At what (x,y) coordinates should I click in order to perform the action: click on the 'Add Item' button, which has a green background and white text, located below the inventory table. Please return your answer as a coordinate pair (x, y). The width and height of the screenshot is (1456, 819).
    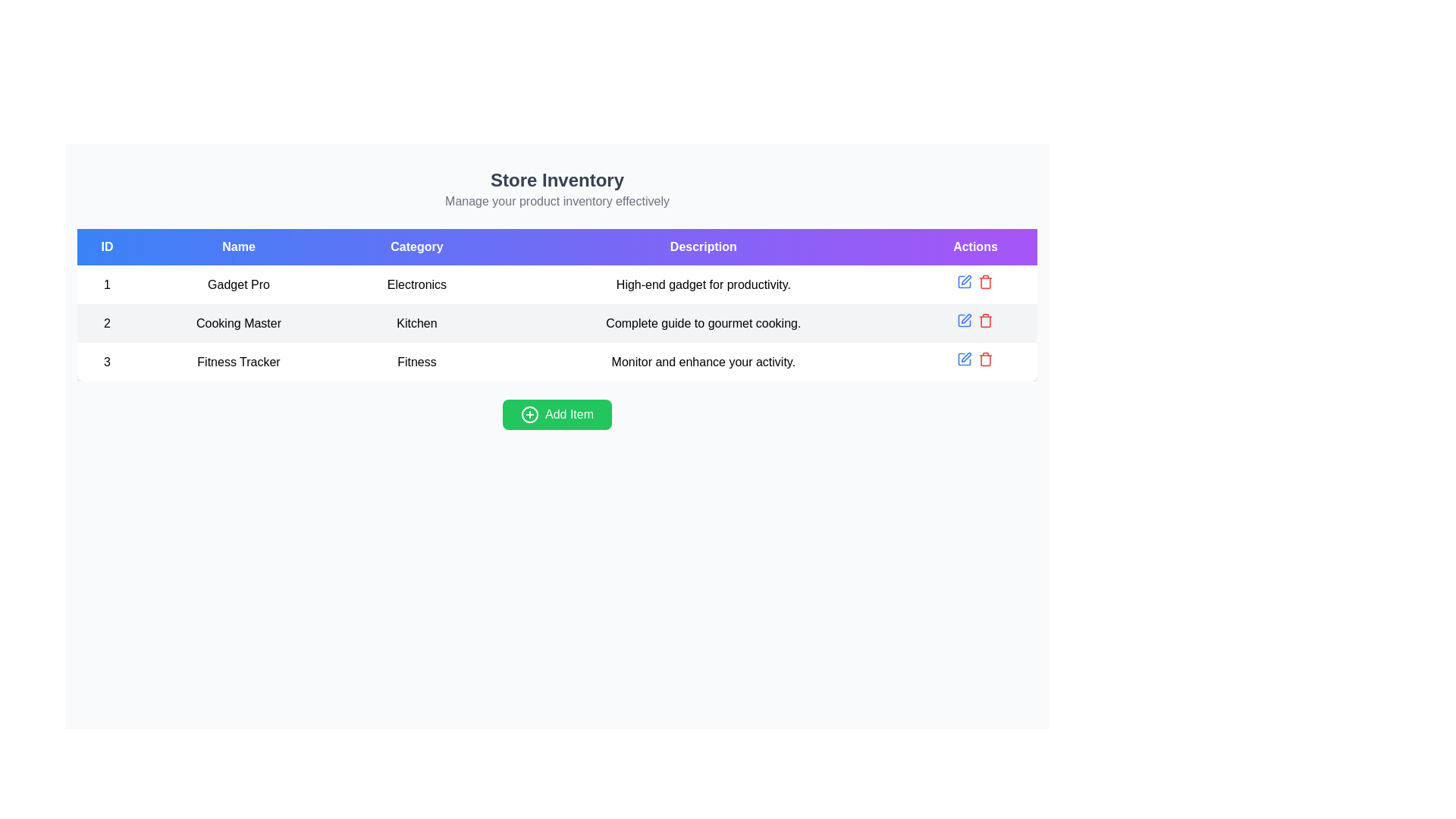
    Looking at the image, I should click on (556, 415).